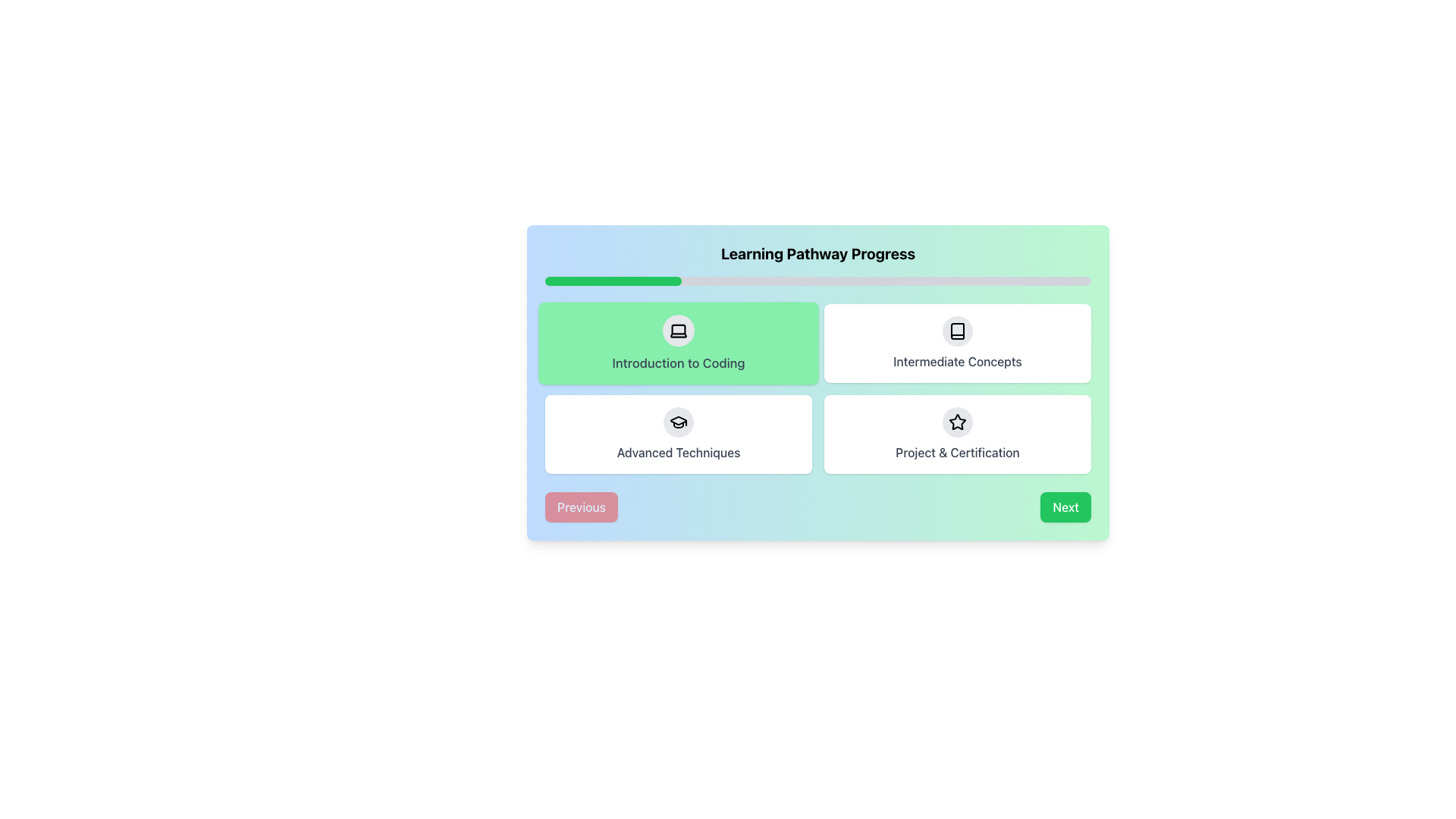 The image size is (1456, 819). What do you see at coordinates (677, 329) in the screenshot?
I see `the small circular Icon Button featuring a laptop icon, located in the center-top region of the green section labeled 'Introduction to Coding'` at bounding box center [677, 329].